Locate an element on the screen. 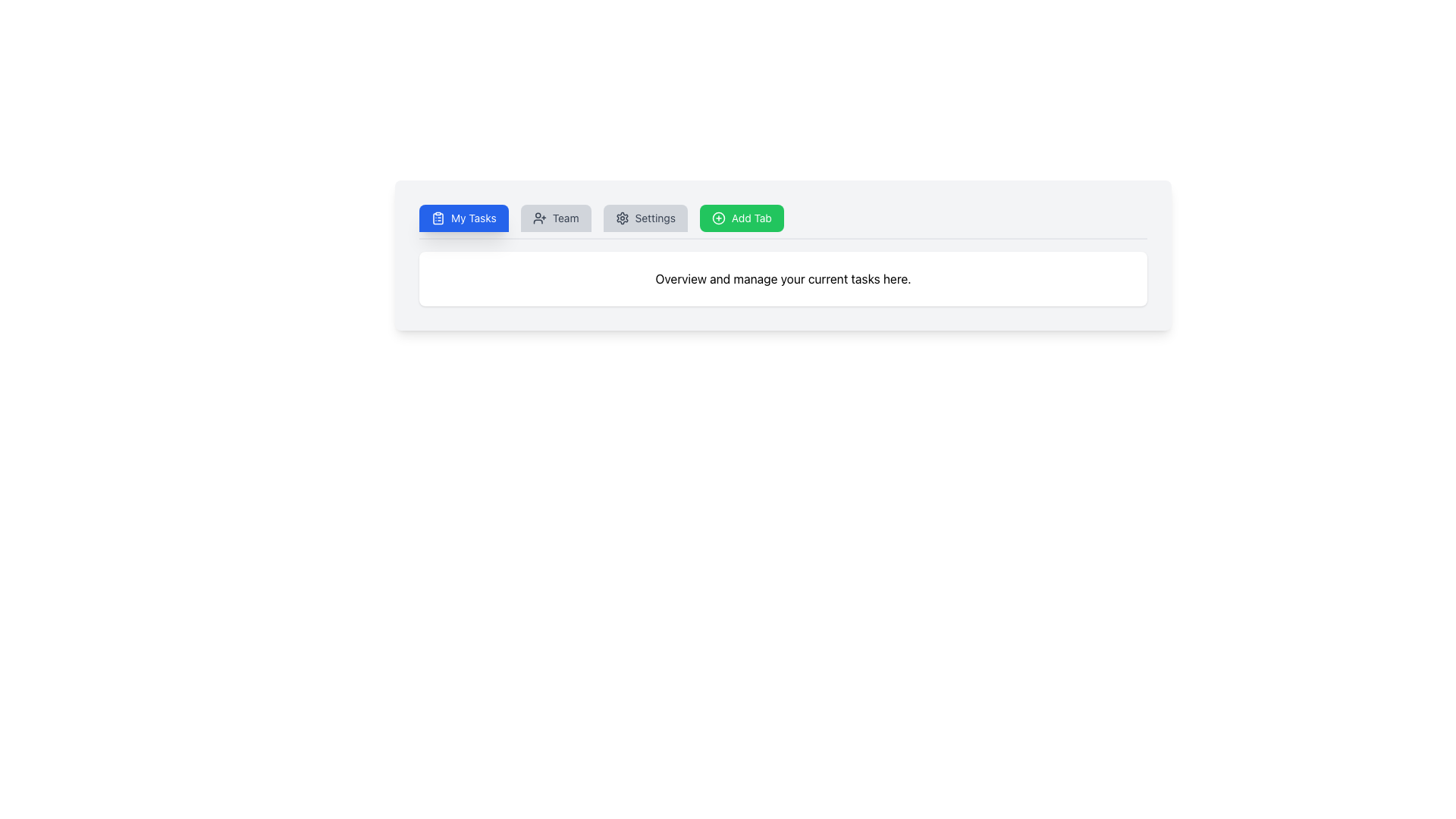 The image size is (1456, 819). the 'Settings' icon in the navigation bar, which is located between the 'Team' button and the 'Add Tab' button is located at coordinates (622, 218).